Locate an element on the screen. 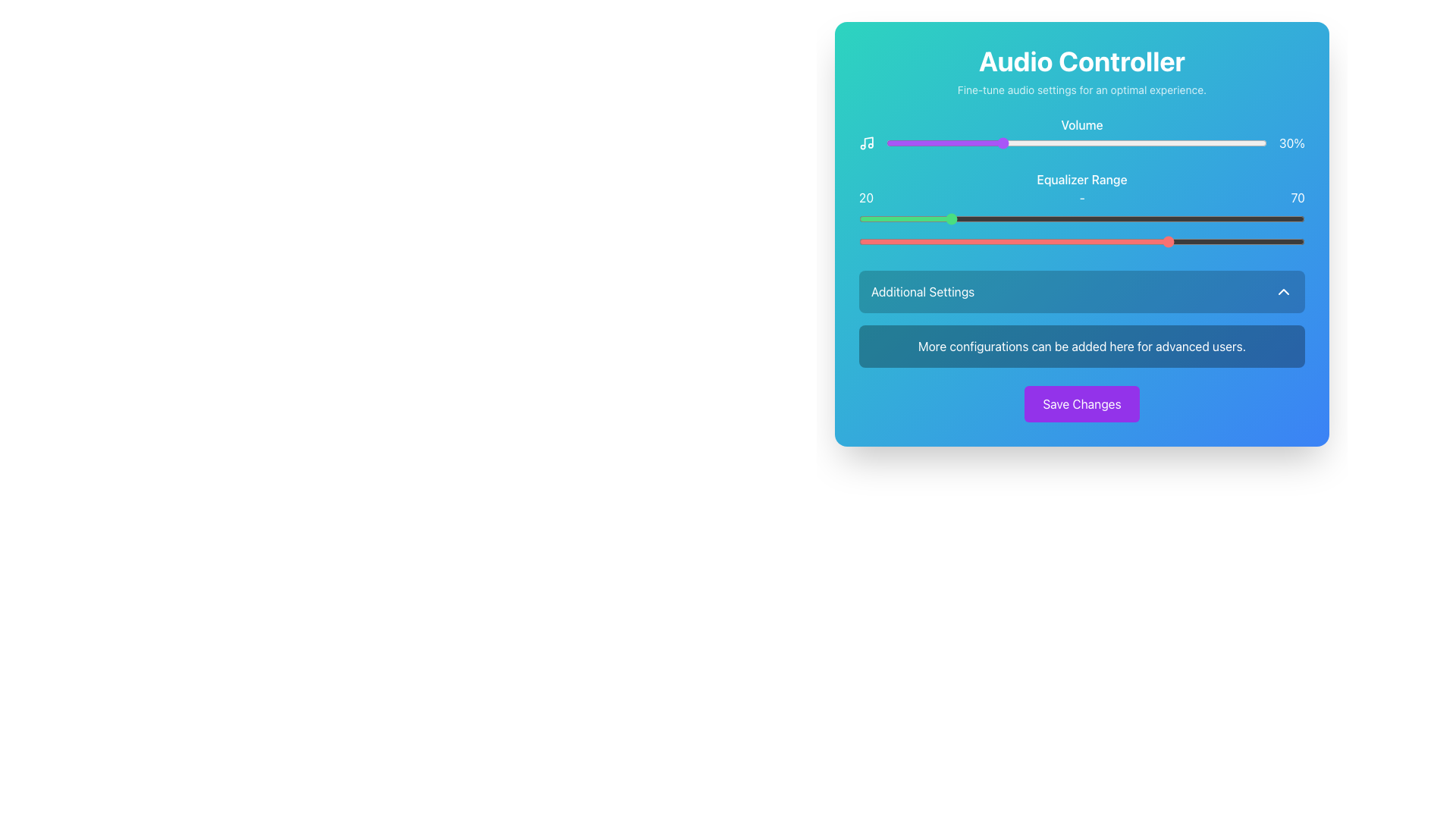 The height and width of the screenshot is (819, 1456). the volume slider is located at coordinates (1115, 143).